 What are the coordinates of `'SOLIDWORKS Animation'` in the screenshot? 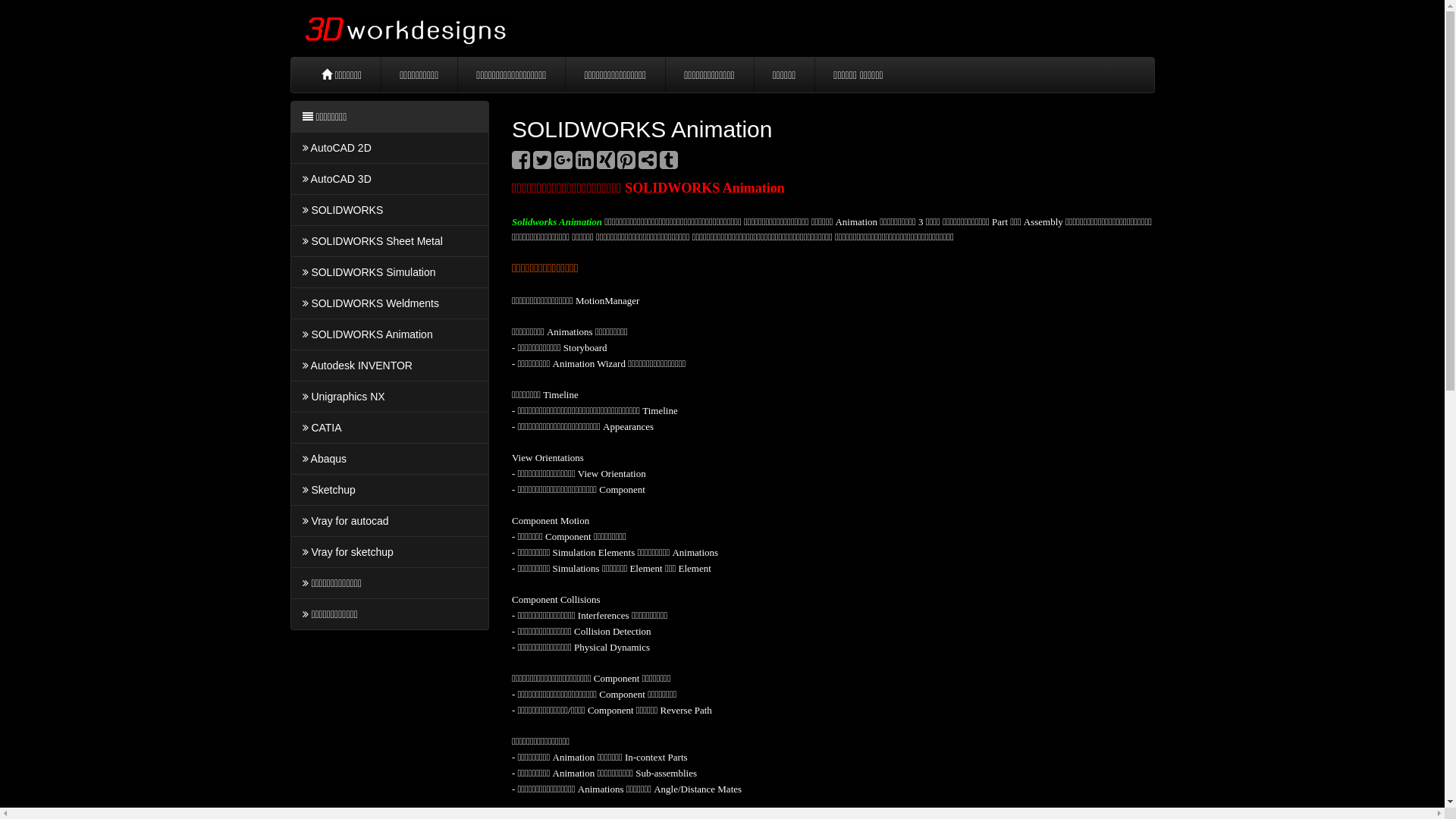 It's located at (389, 333).